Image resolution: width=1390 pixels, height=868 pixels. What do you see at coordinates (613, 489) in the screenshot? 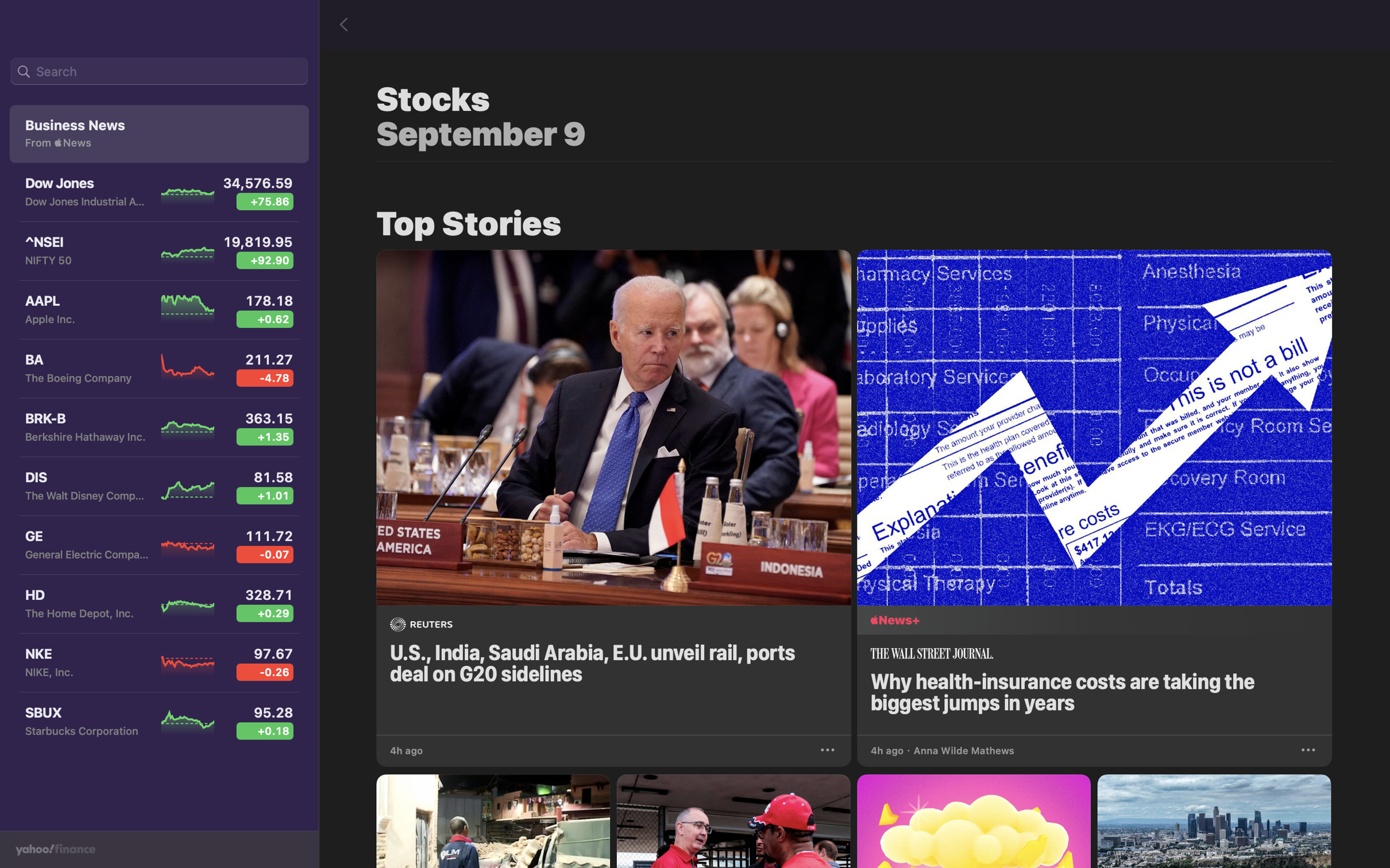
I see `the G20 news shown on the panel` at bounding box center [613, 489].